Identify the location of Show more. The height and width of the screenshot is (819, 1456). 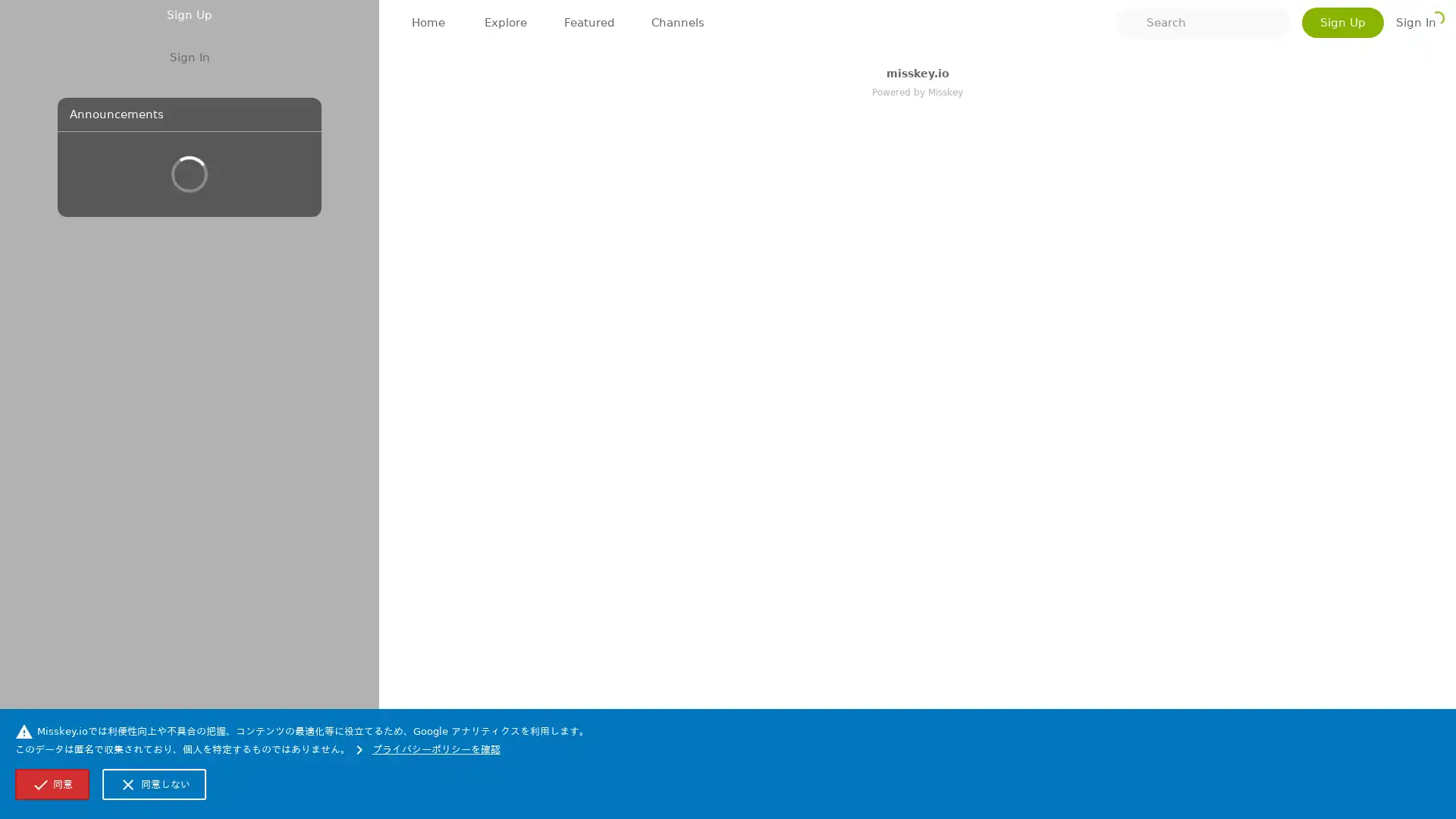
(944, 604).